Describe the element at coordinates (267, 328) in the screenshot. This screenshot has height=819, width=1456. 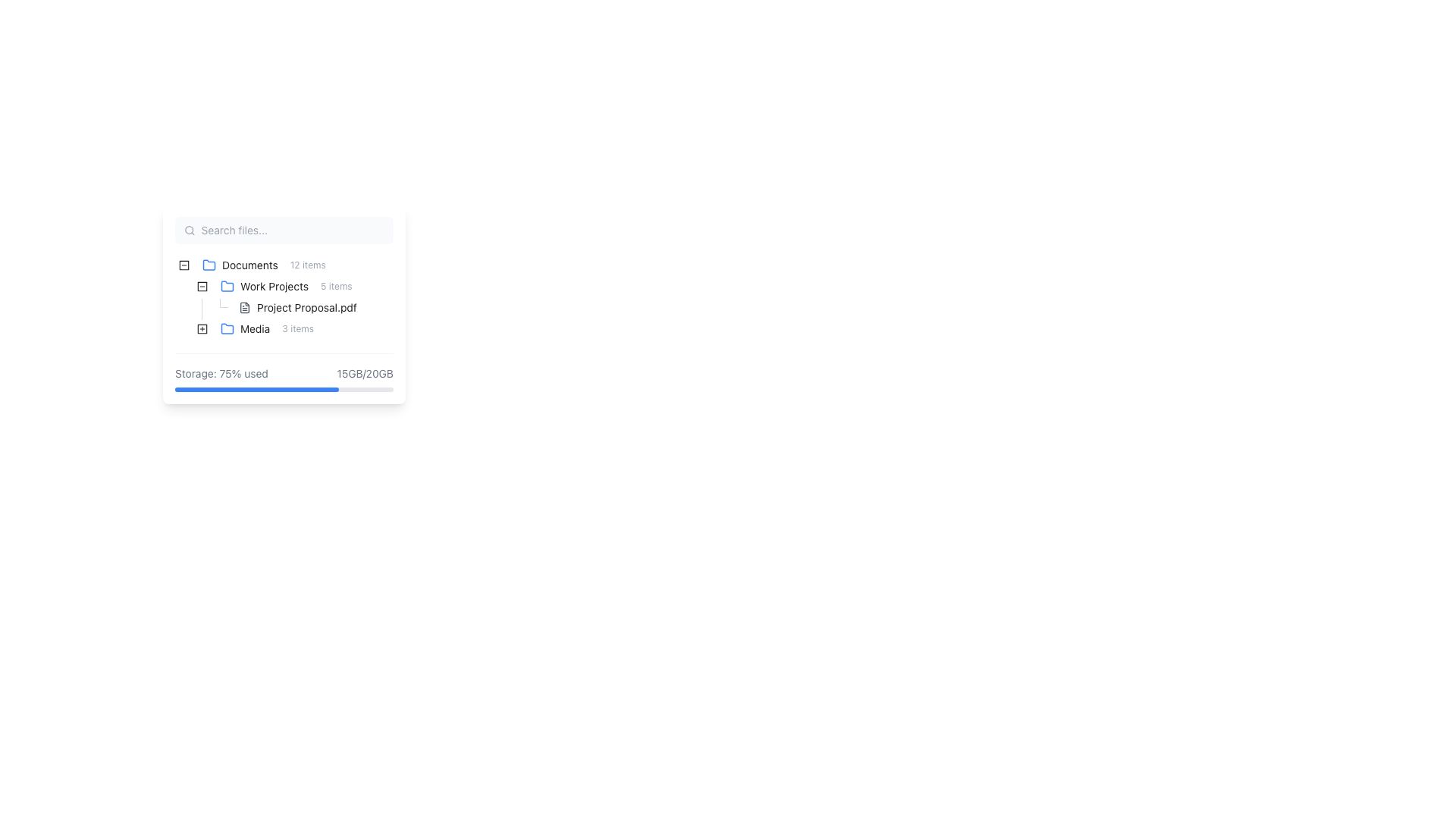
I see `the 'Media' folder label, which displays '3 items' and has a blue folder icon` at that location.